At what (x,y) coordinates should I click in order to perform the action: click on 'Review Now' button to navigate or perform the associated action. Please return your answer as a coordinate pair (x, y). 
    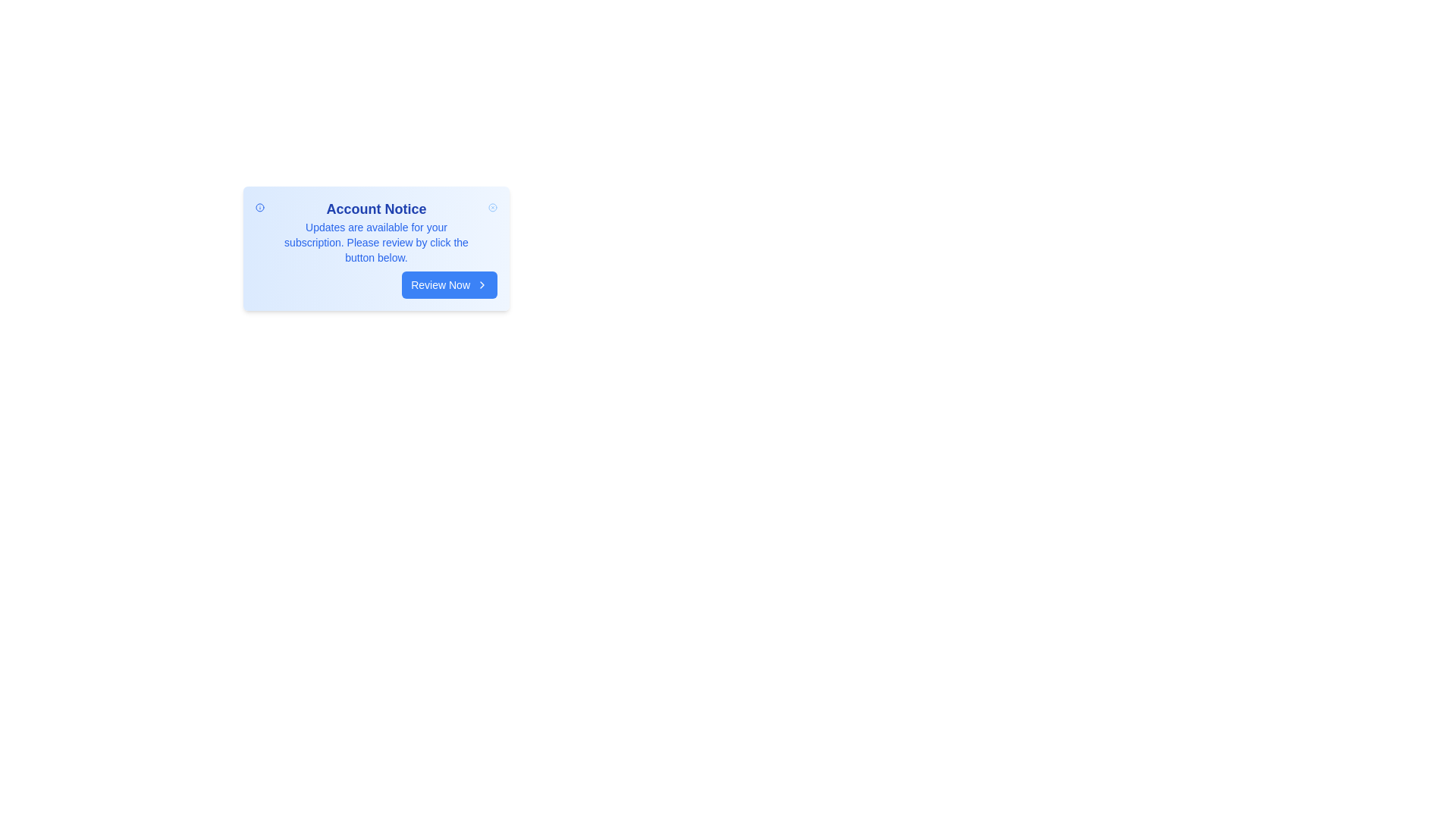
    Looking at the image, I should click on (449, 284).